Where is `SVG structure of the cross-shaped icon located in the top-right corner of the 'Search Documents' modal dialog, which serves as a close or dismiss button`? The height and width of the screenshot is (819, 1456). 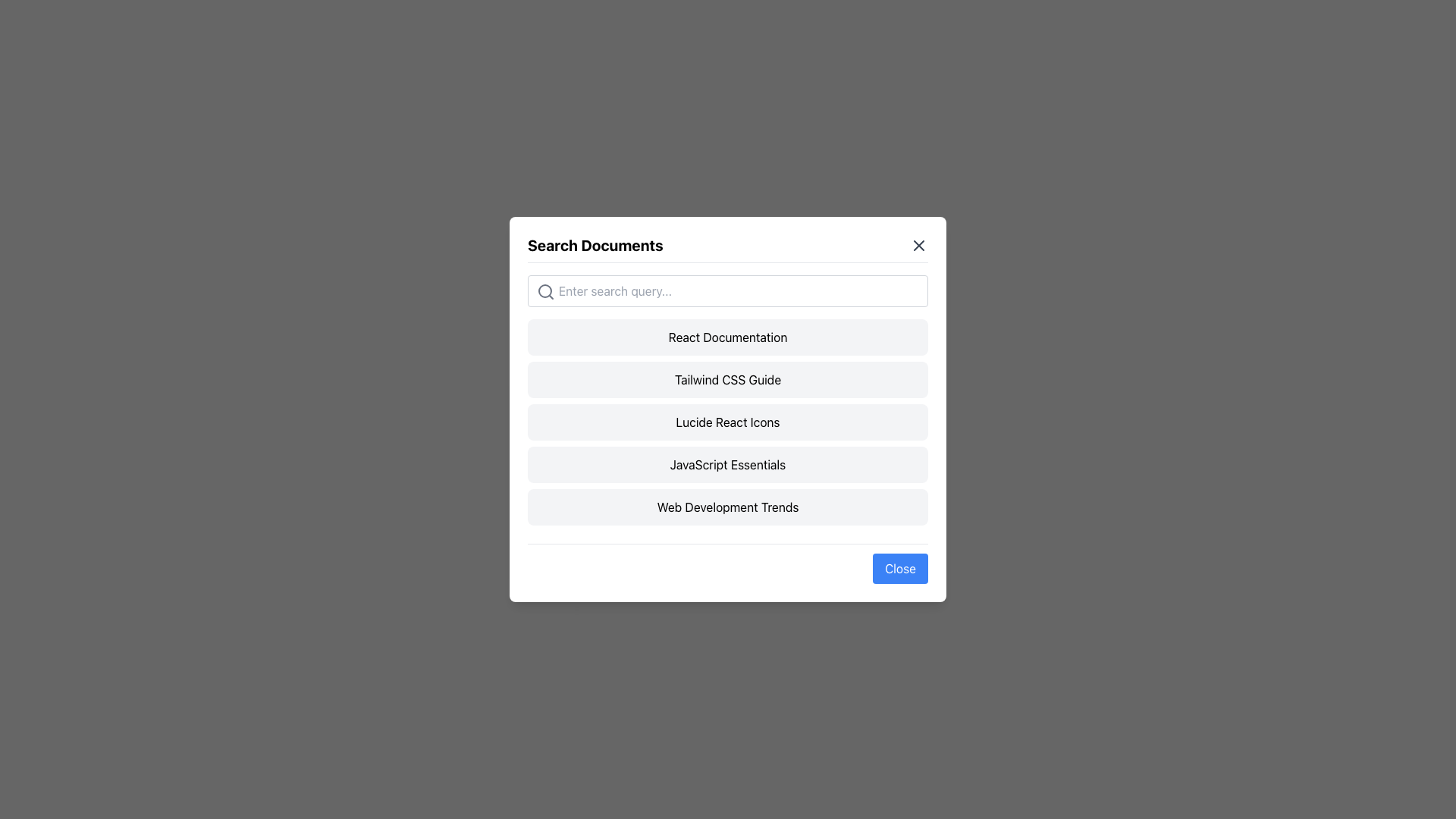 SVG structure of the cross-shaped icon located in the top-right corner of the 'Search Documents' modal dialog, which serves as a close or dismiss button is located at coordinates (918, 245).